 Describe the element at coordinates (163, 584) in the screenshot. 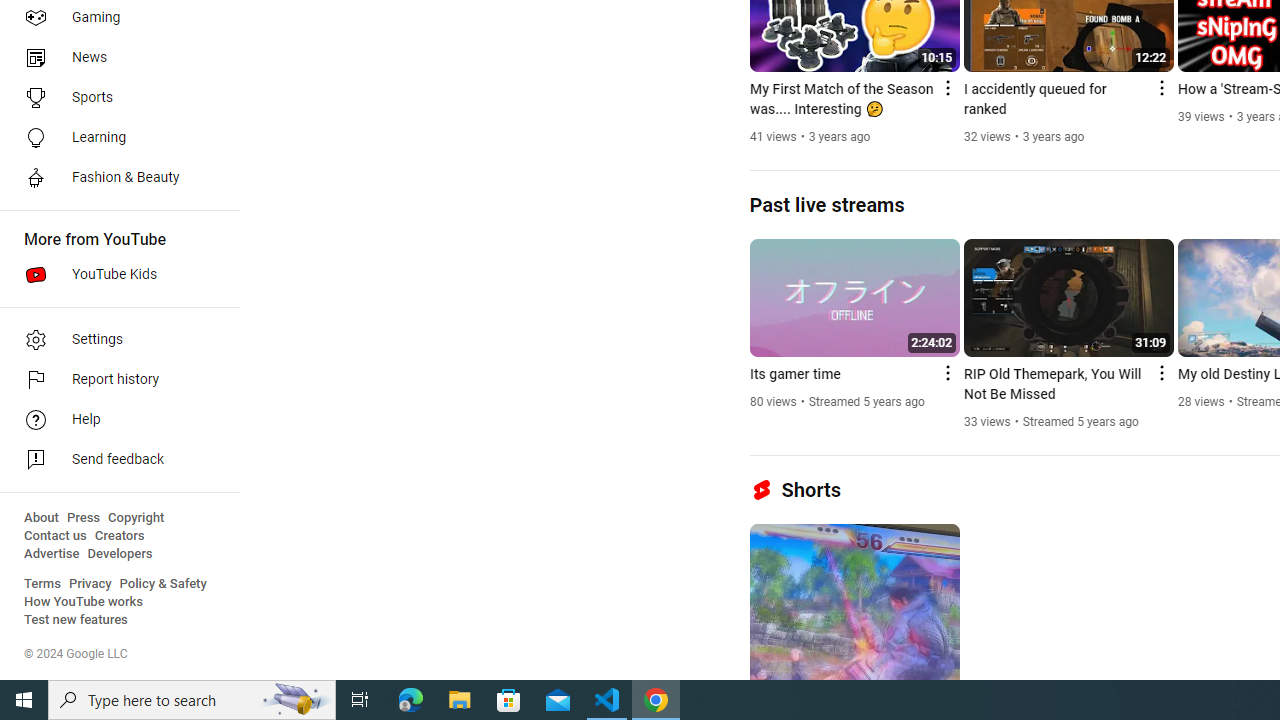

I see `'Policy & Safety'` at that location.